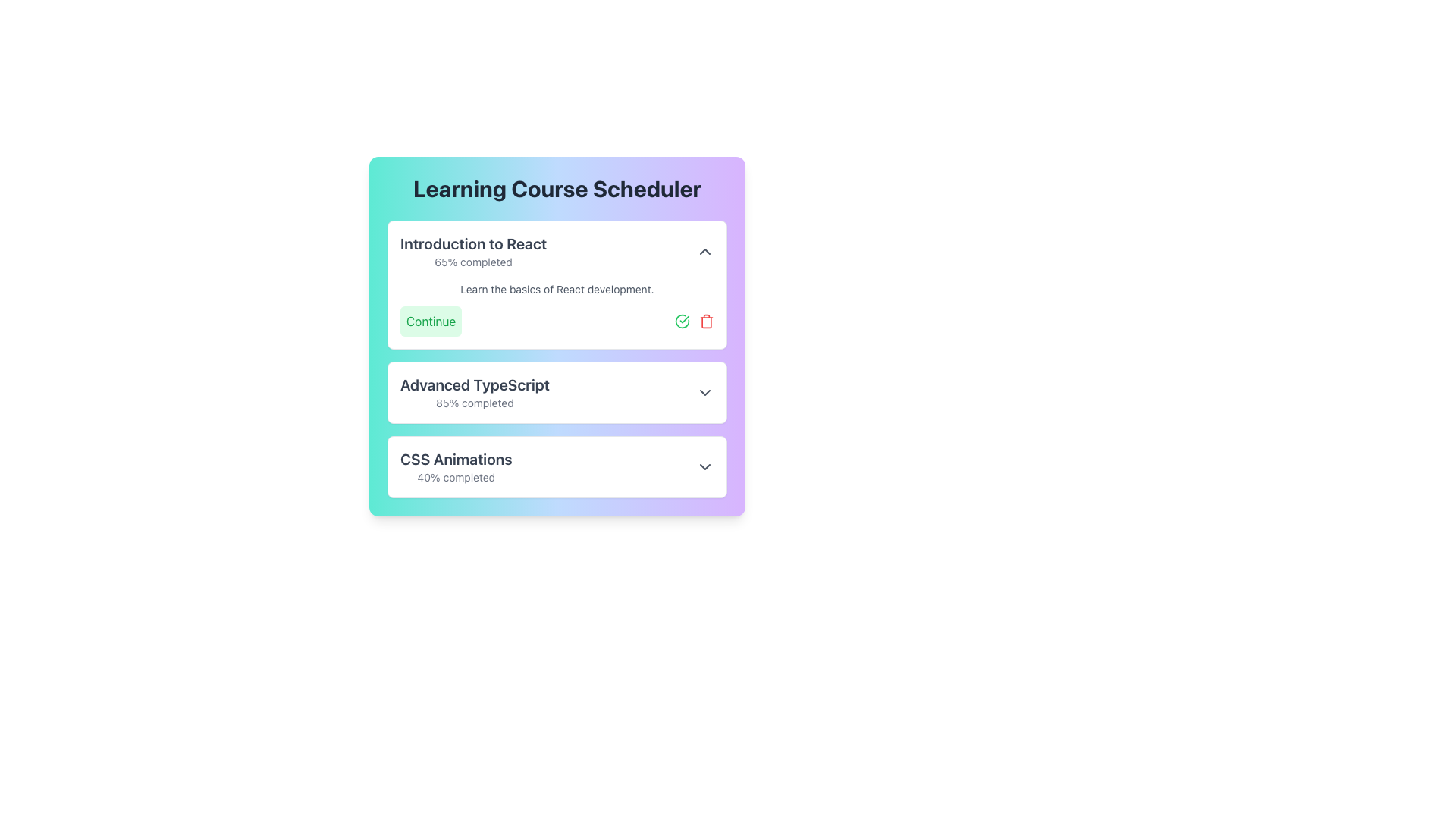  Describe the element at coordinates (556, 466) in the screenshot. I see `the Interactive summary entry titled 'CSS Animations'` at that location.